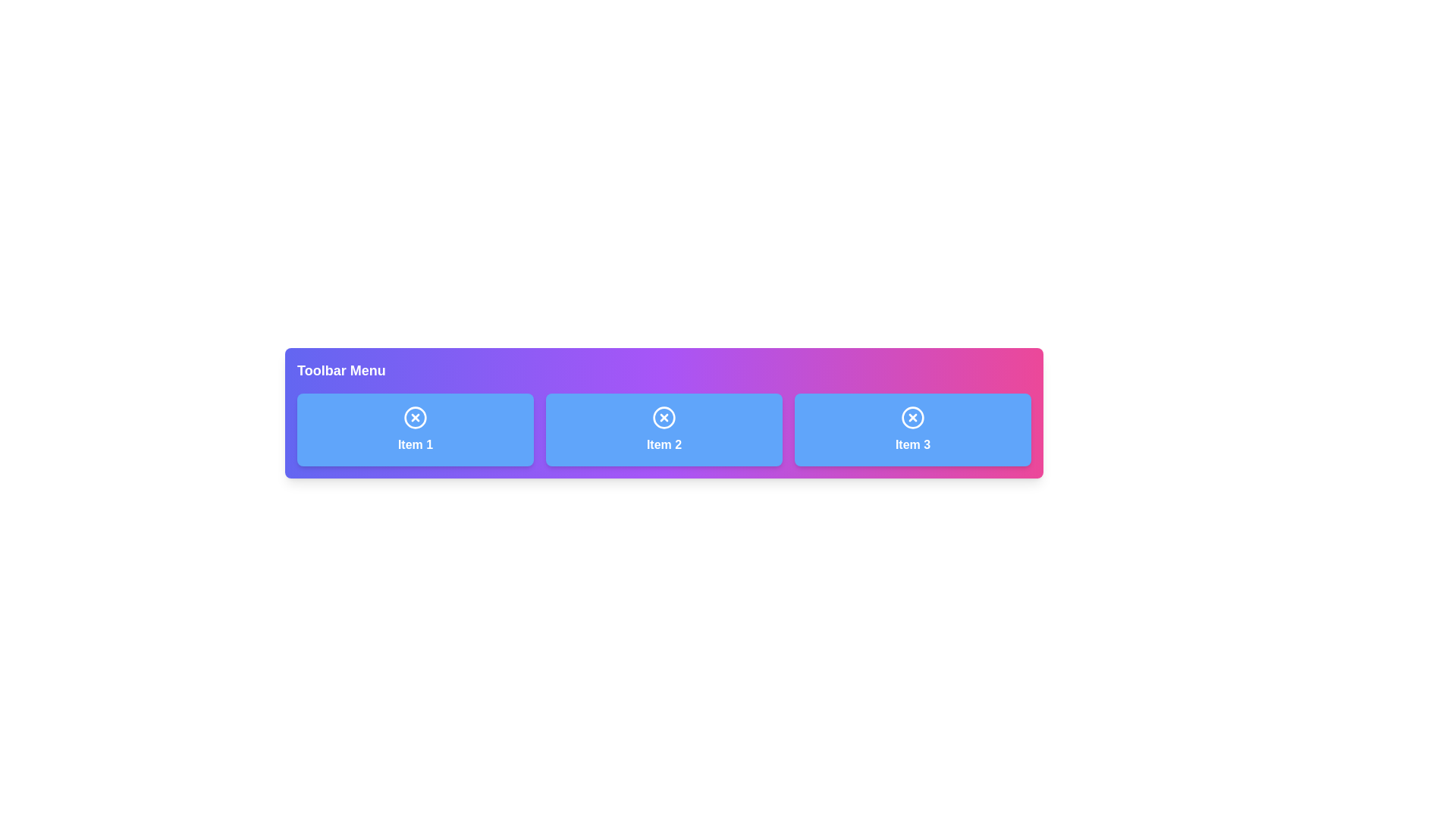 Image resolution: width=1456 pixels, height=819 pixels. I want to click on the close or cancel action icon positioned at the top of the 'Item 2' button in the toolbar menu, so click(664, 418).